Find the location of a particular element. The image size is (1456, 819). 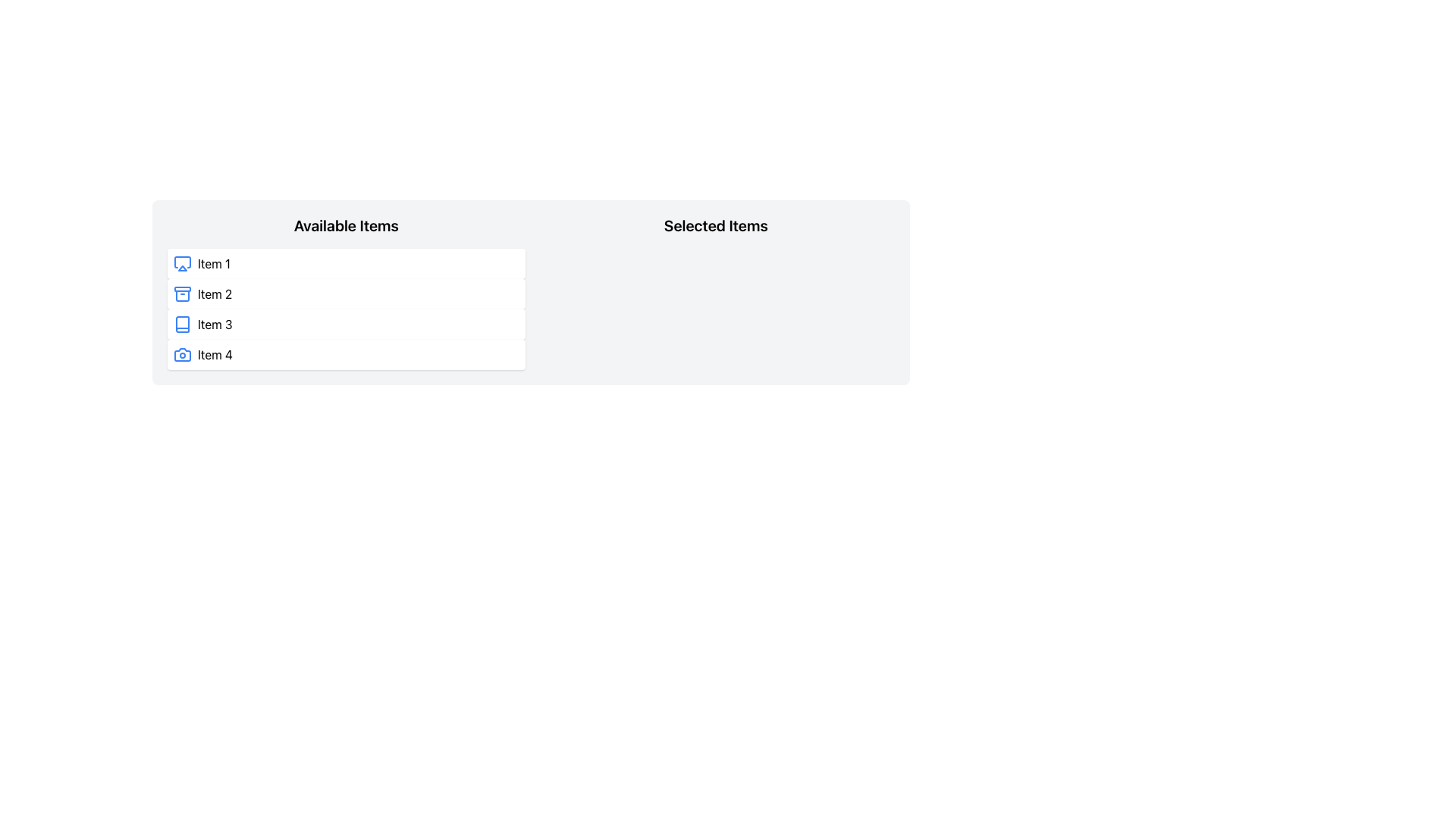

the icon representing item 4 in the 'Available Items' section is located at coordinates (182, 354).